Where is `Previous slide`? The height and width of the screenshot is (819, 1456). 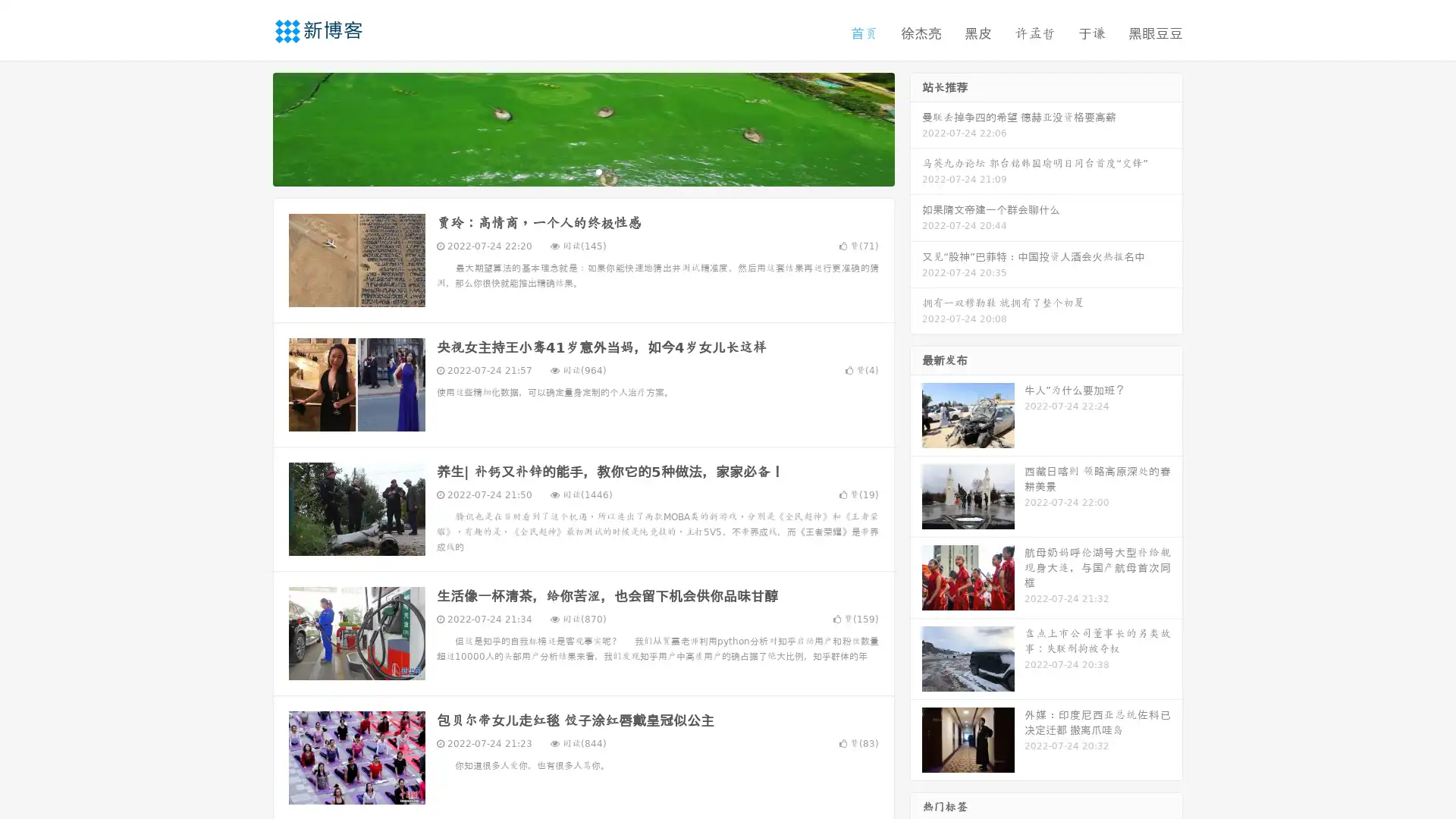 Previous slide is located at coordinates (250, 127).